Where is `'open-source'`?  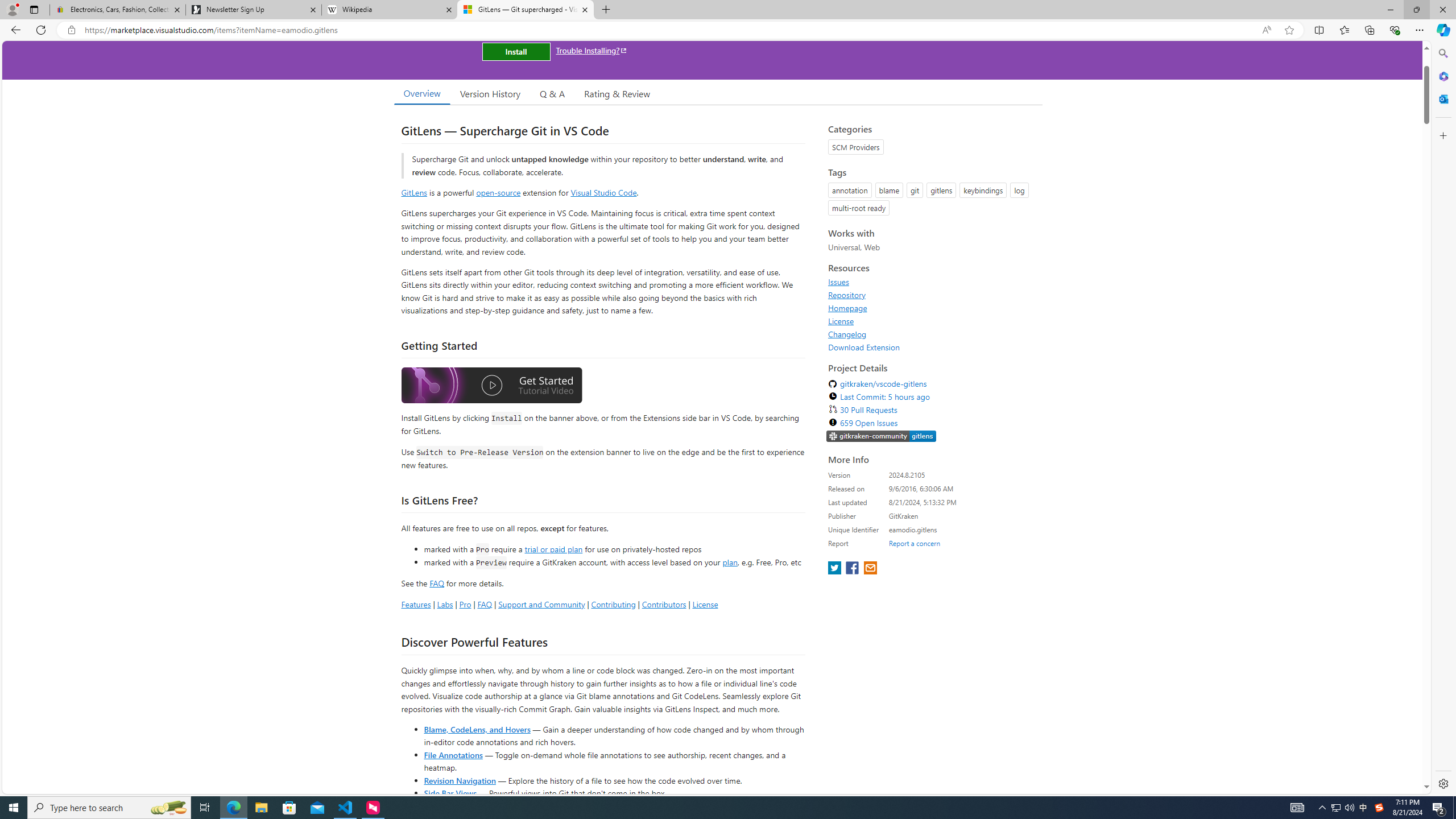 'open-source' is located at coordinates (498, 192).